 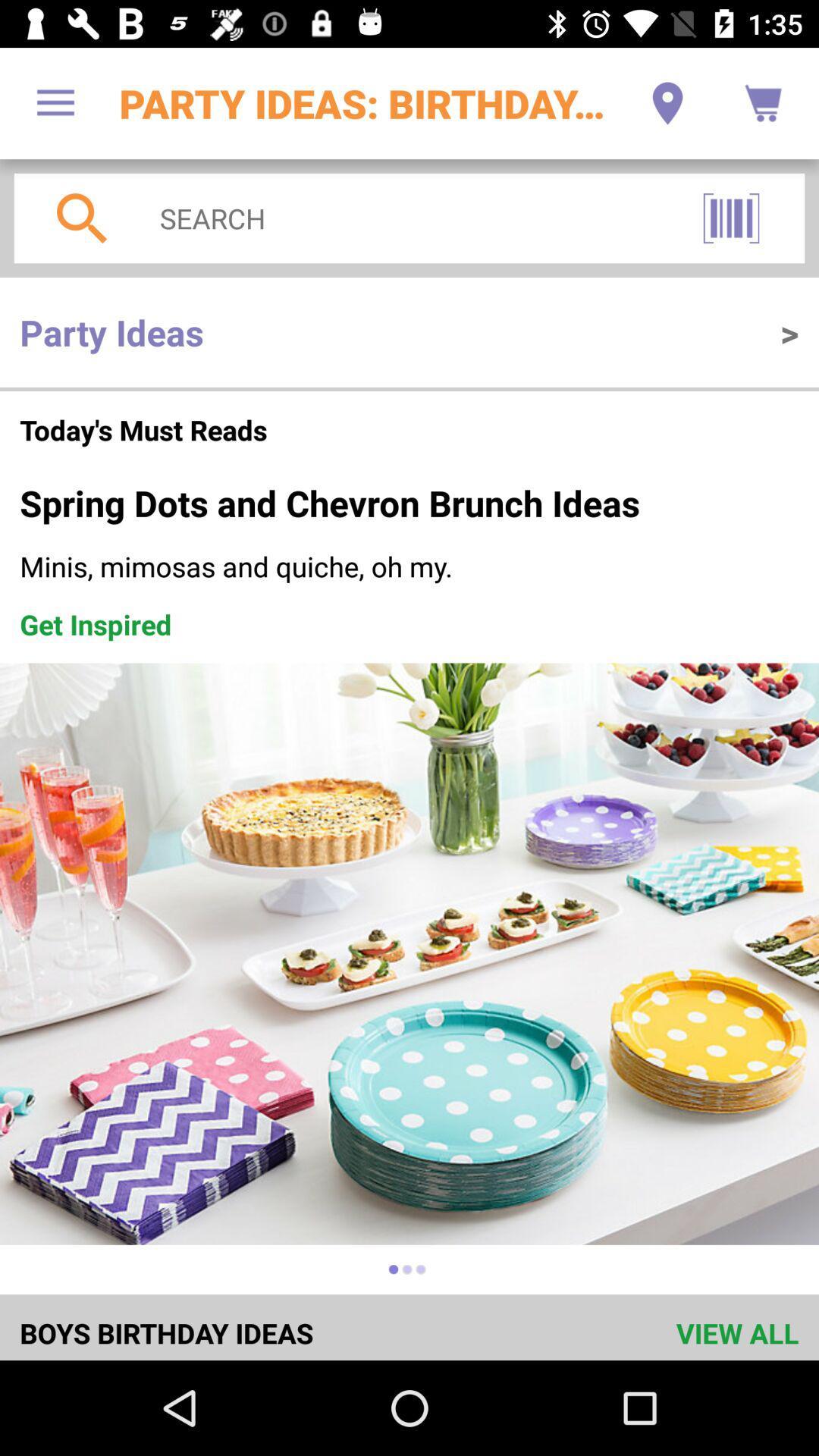 What do you see at coordinates (409, 566) in the screenshot?
I see `the icon above the get inspired item` at bounding box center [409, 566].